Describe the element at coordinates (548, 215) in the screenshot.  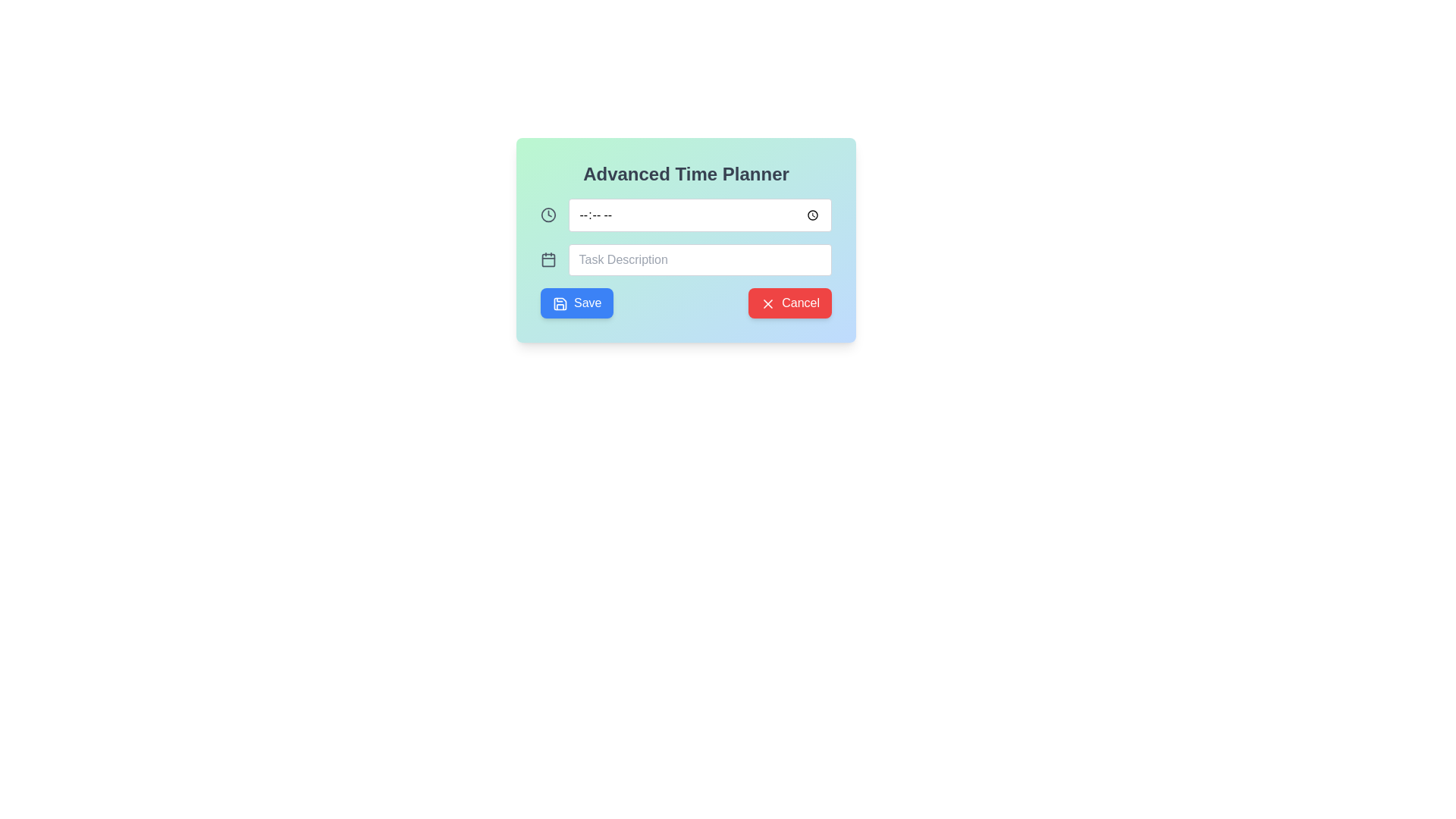
I see `the decorative SVG circle graphic representing the clock's outline, located to the right of the text input box labeled '--:--'` at that location.